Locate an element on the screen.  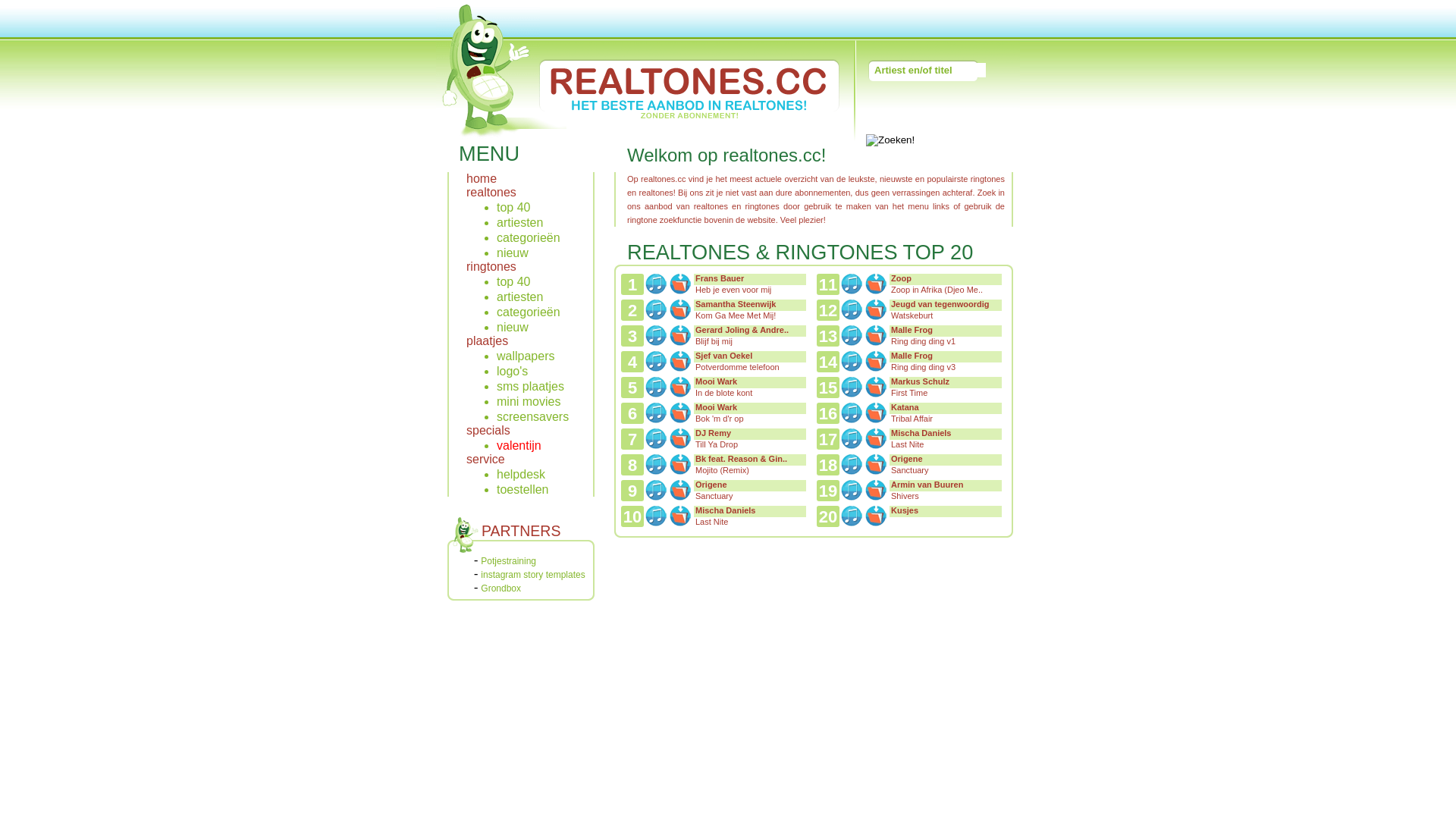
'Grondbox' is located at coordinates (500, 587).